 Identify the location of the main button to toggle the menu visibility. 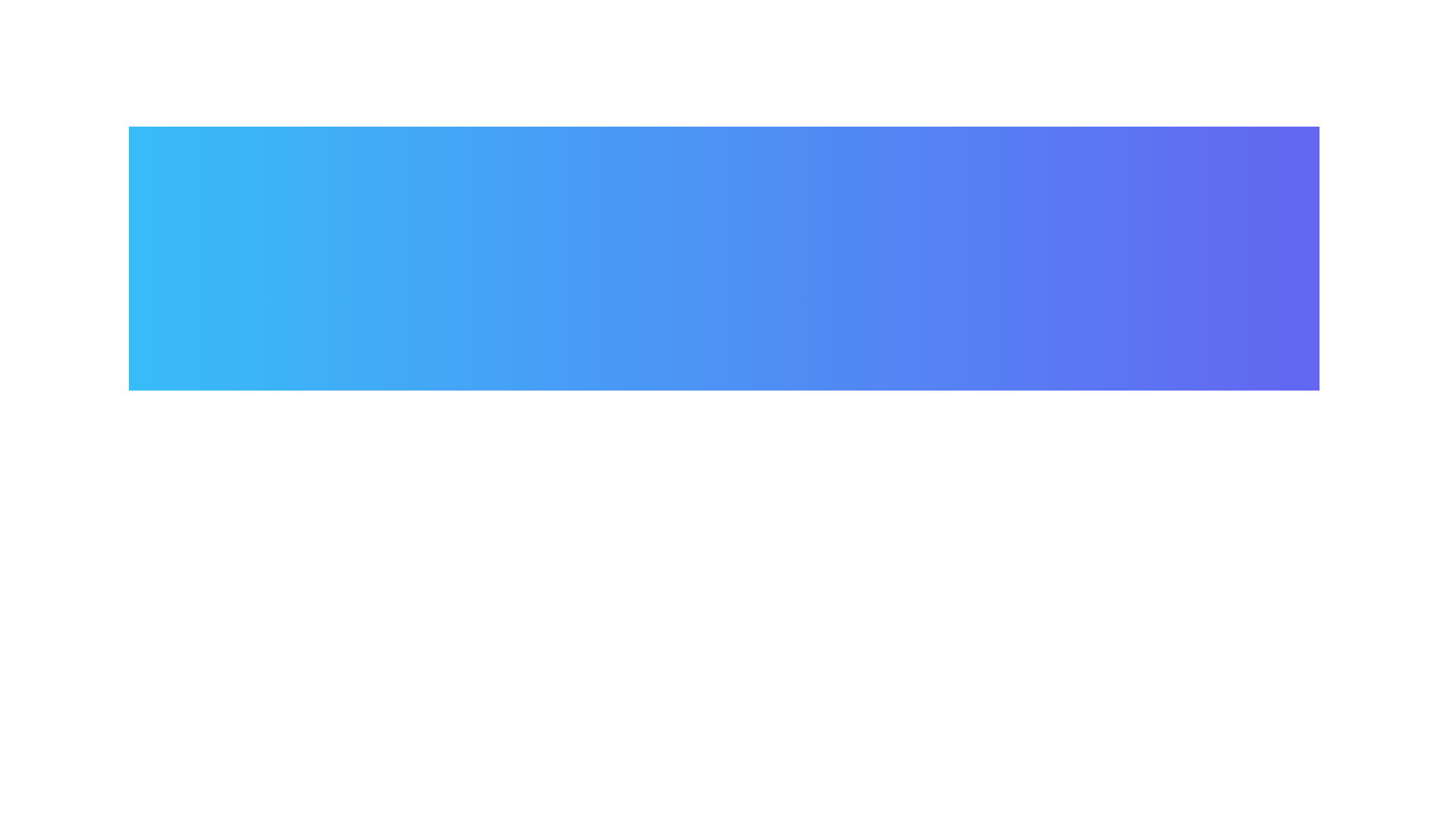
(723, 447).